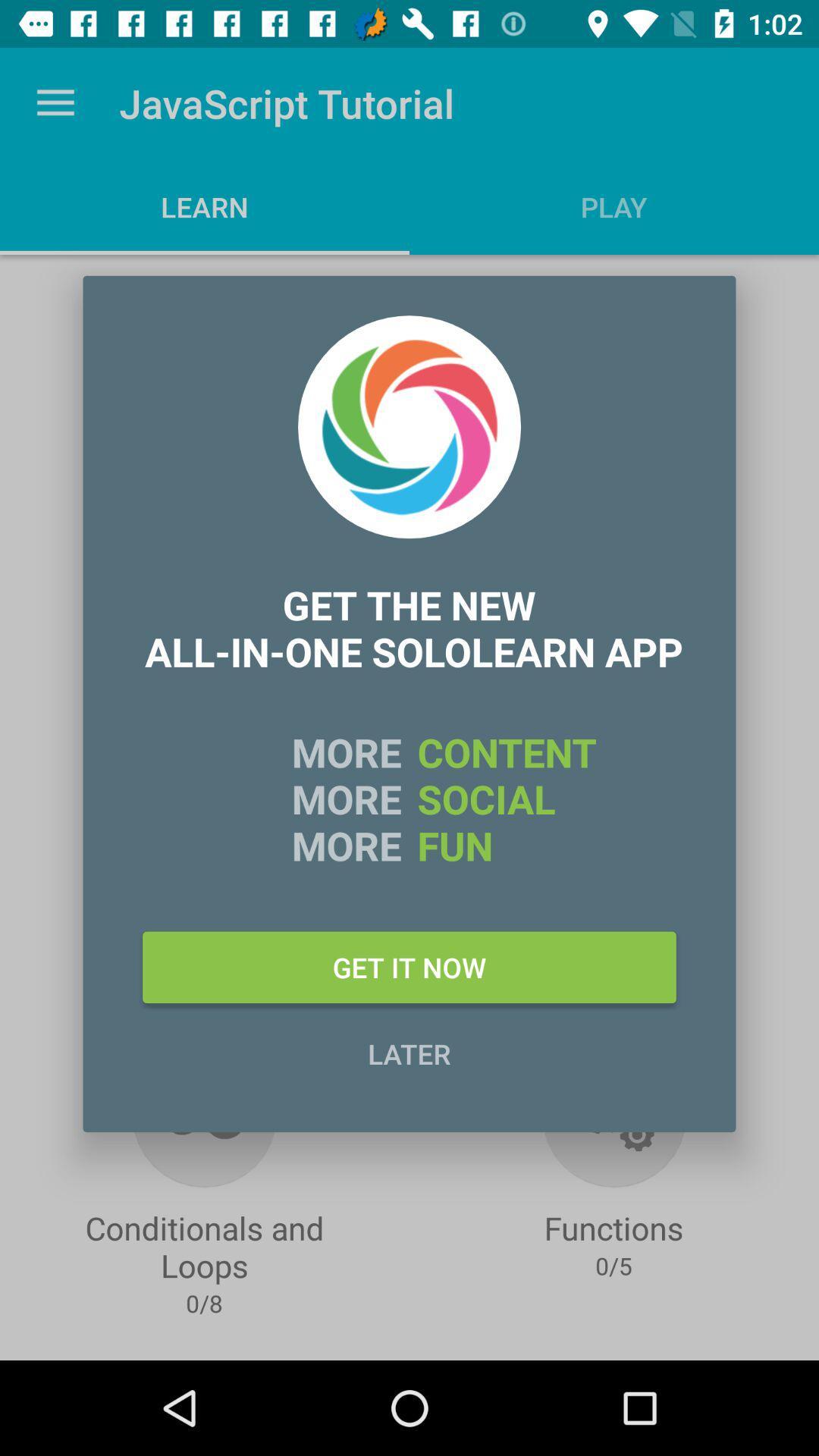 The image size is (819, 1456). I want to click on icon above later icon, so click(409, 966).